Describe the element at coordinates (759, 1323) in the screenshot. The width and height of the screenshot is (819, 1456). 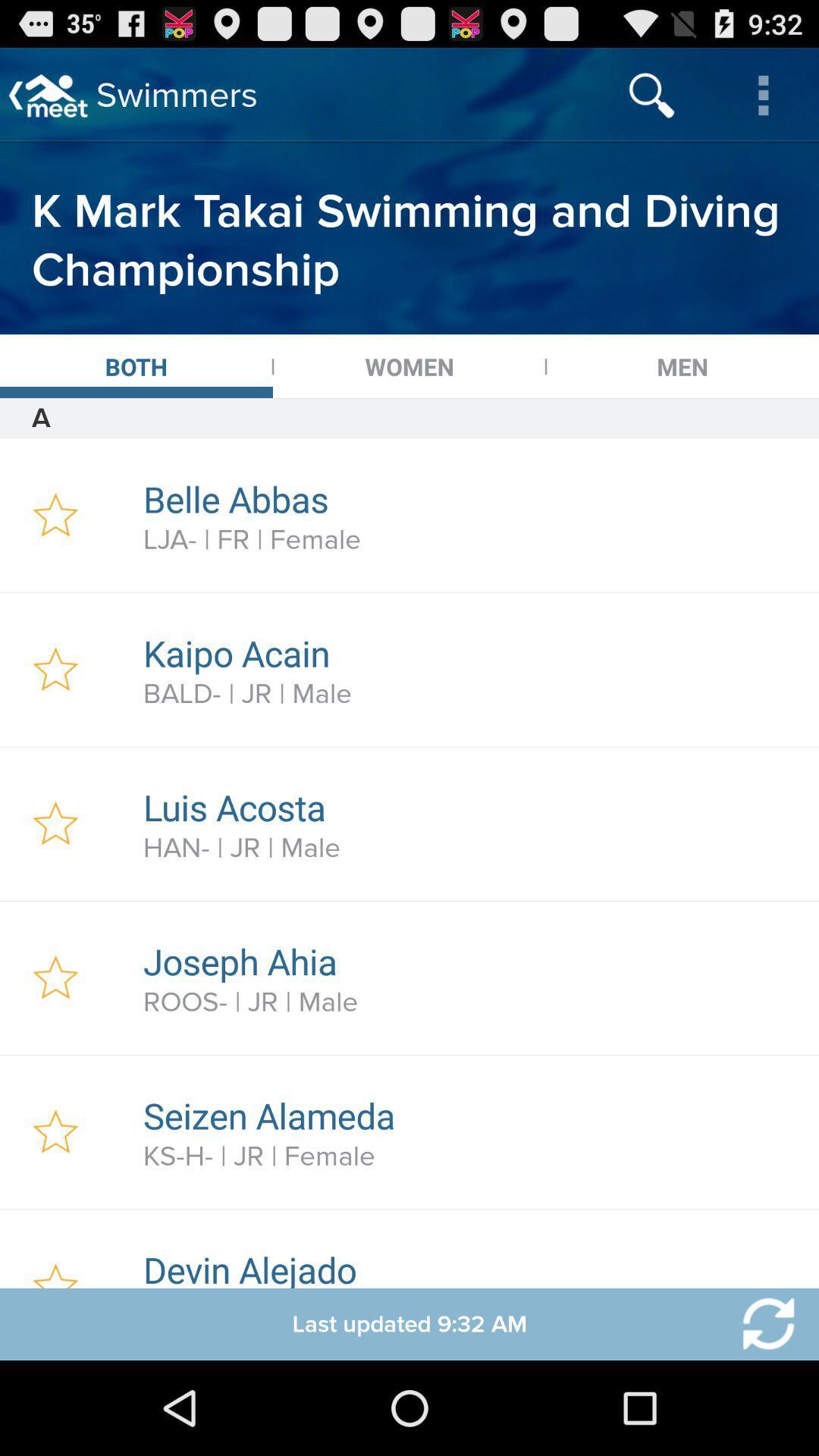
I see `item at the bottom right corner` at that location.